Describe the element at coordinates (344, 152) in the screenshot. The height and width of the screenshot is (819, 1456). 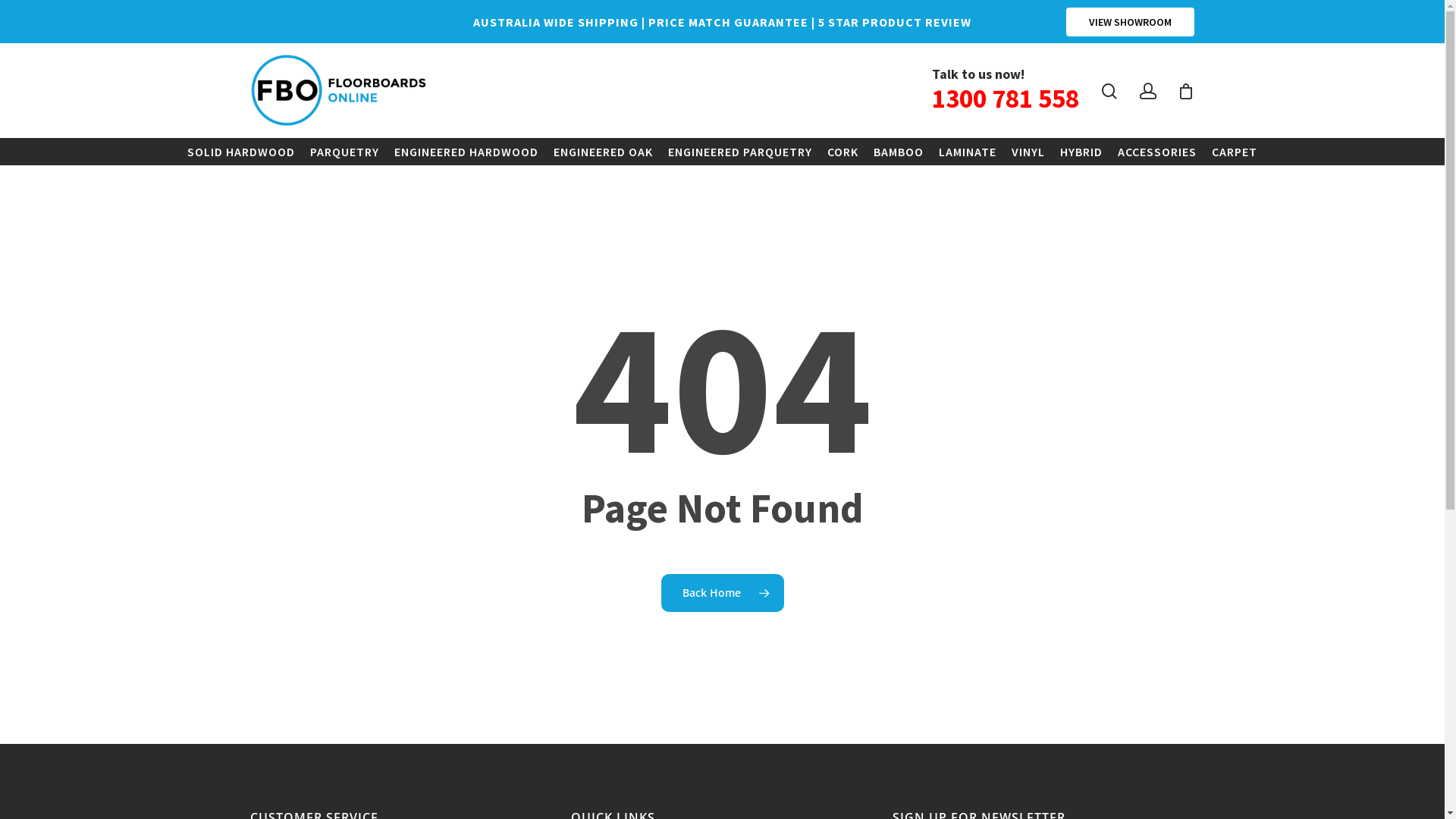
I see `'PARQUETRY'` at that location.